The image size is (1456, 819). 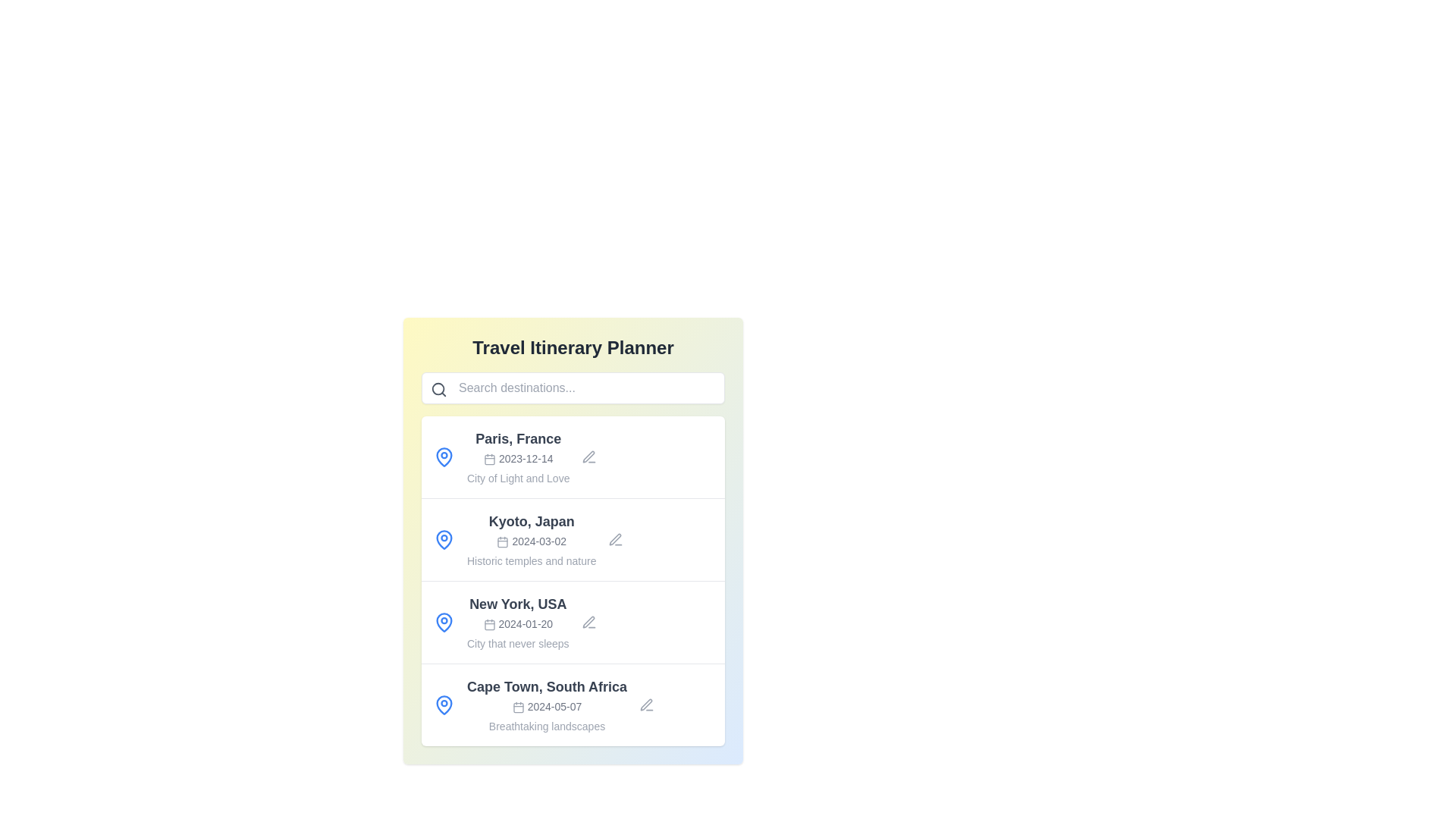 I want to click on the static date display label located within the 'New York, USA' trip entry, positioned between the calendar icon and the pen/edit icon, so click(x=526, y=623).